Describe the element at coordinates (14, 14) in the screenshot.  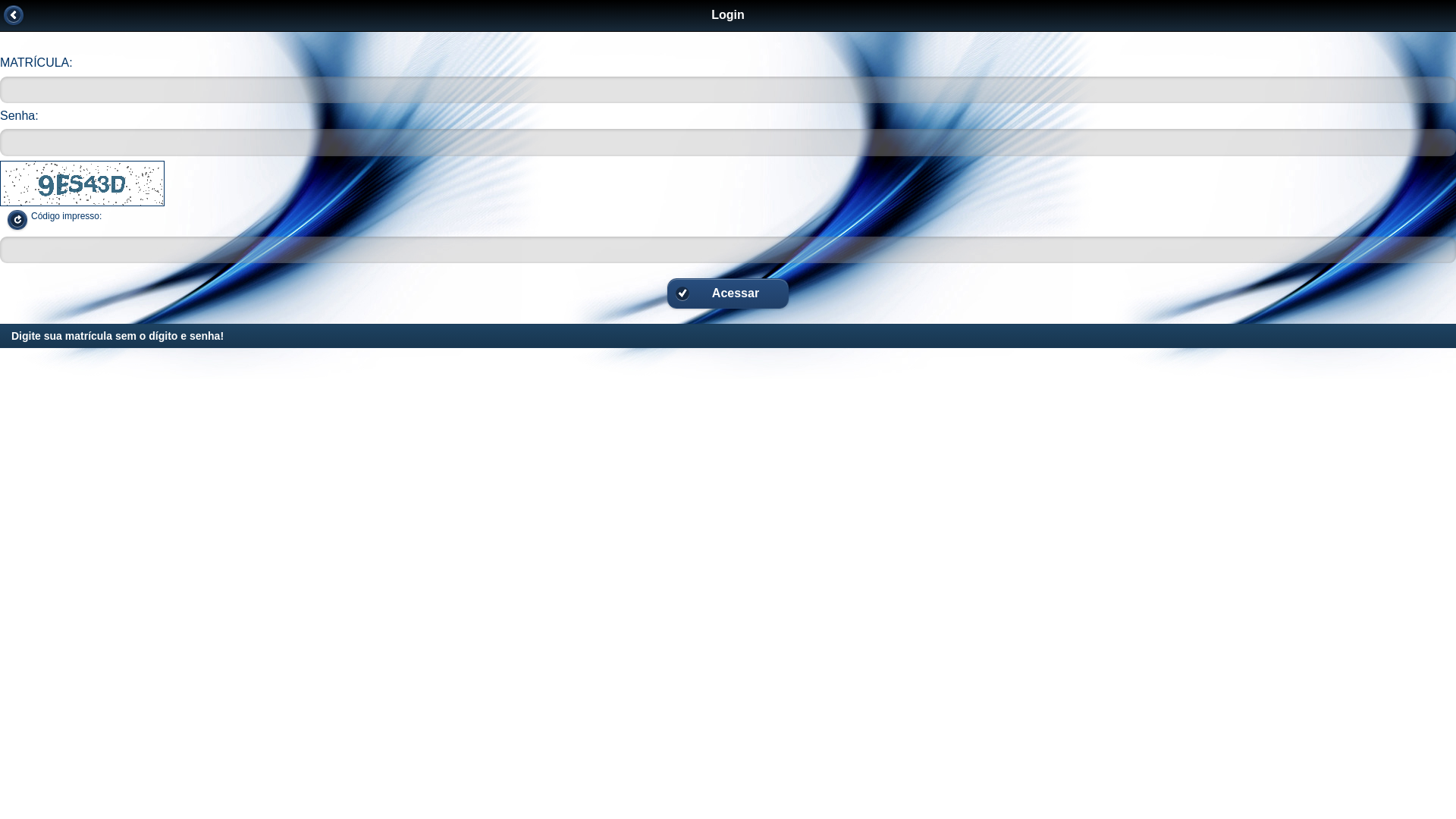
I see `' '` at that location.